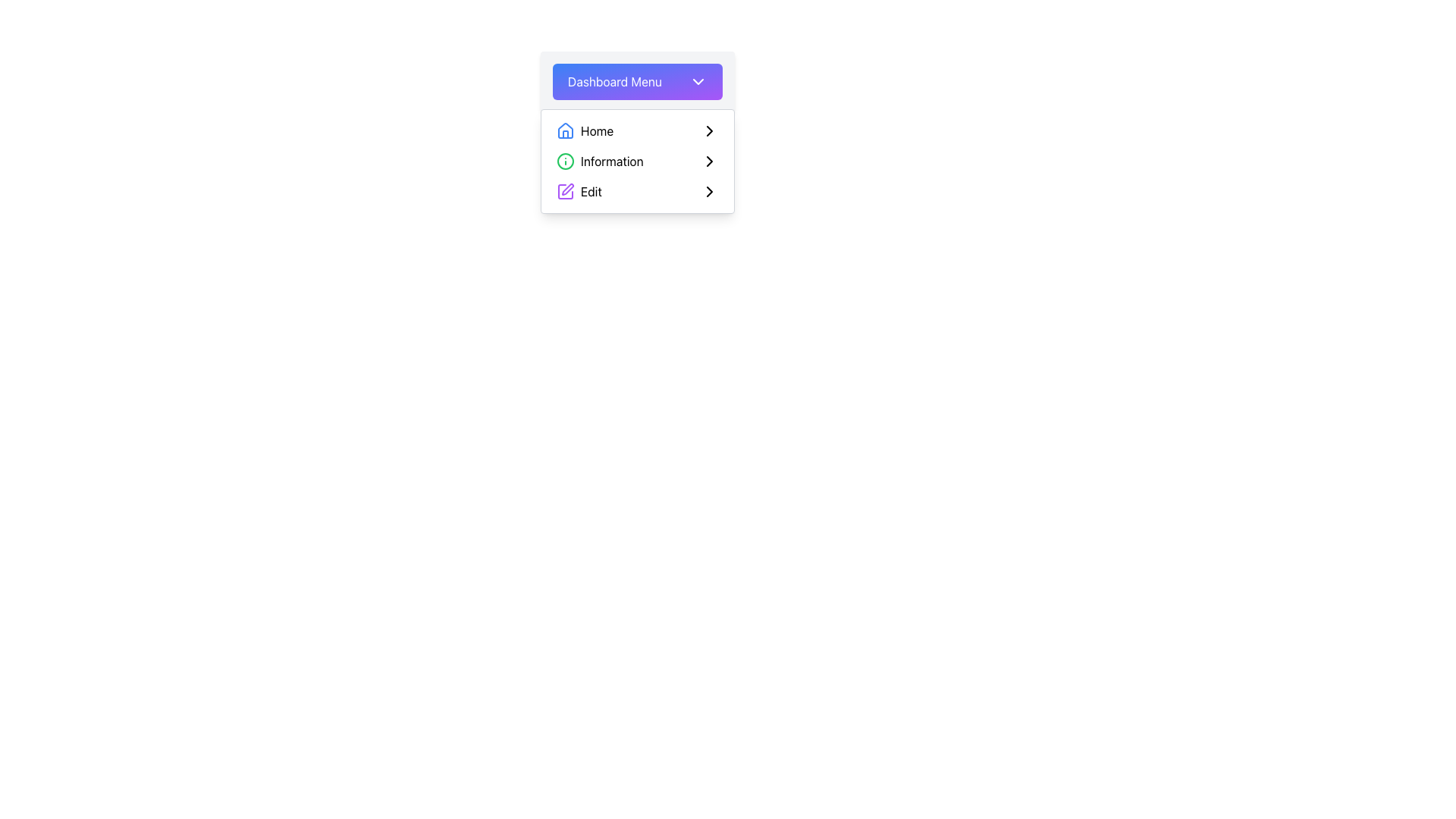 The height and width of the screenshot is (819, 1456). I want to click on the text label that serves as a descriptive name for the second item in the vertical dropdown menu, located to the right of the green information icon, so click(612, 161).